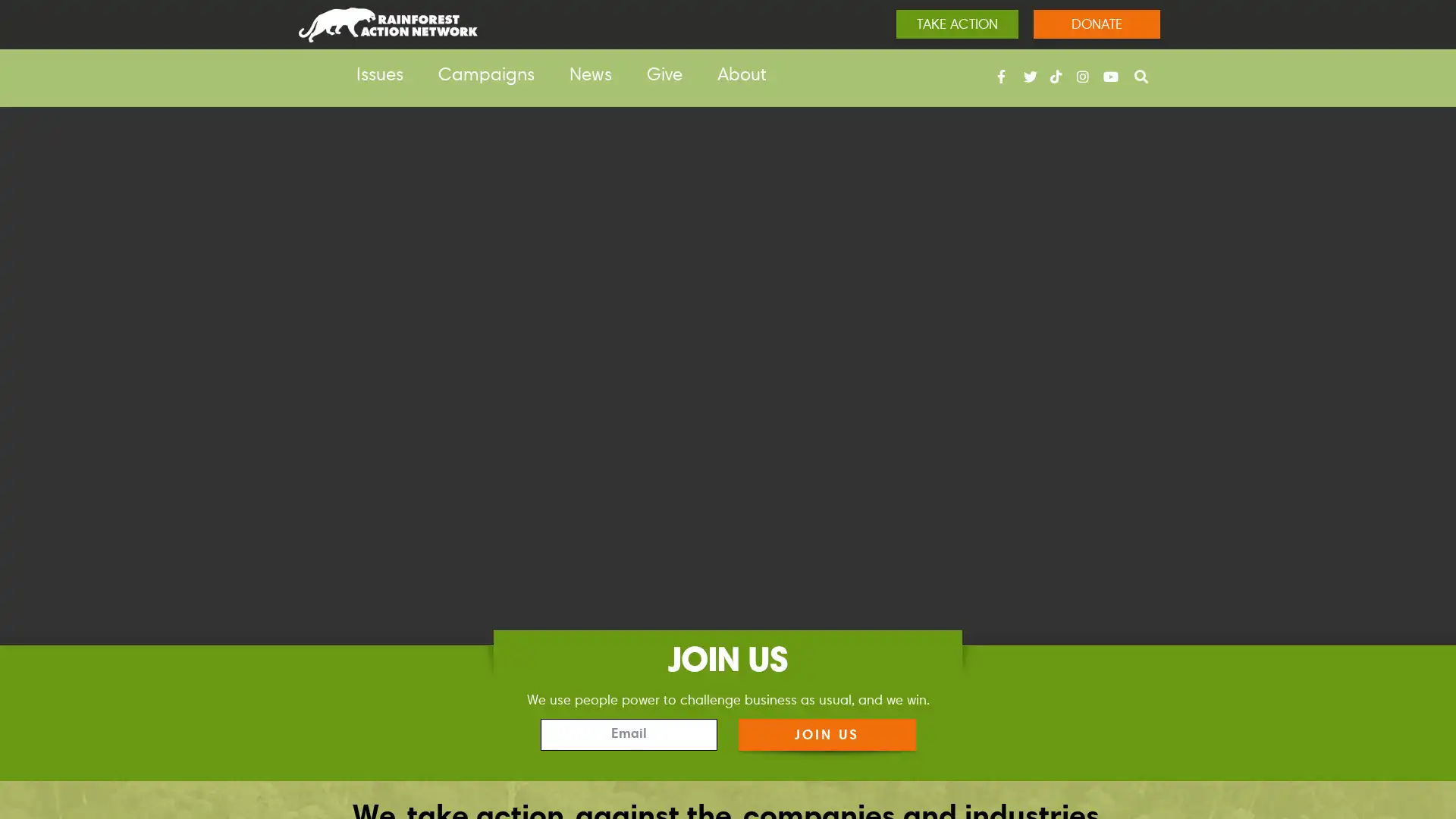 The height and width of the screenshot is (819, 1456). What do you see at coordinates (1419, 739) in the screenshot?
I see `show more media controls` at bounding box center [1419, 739].